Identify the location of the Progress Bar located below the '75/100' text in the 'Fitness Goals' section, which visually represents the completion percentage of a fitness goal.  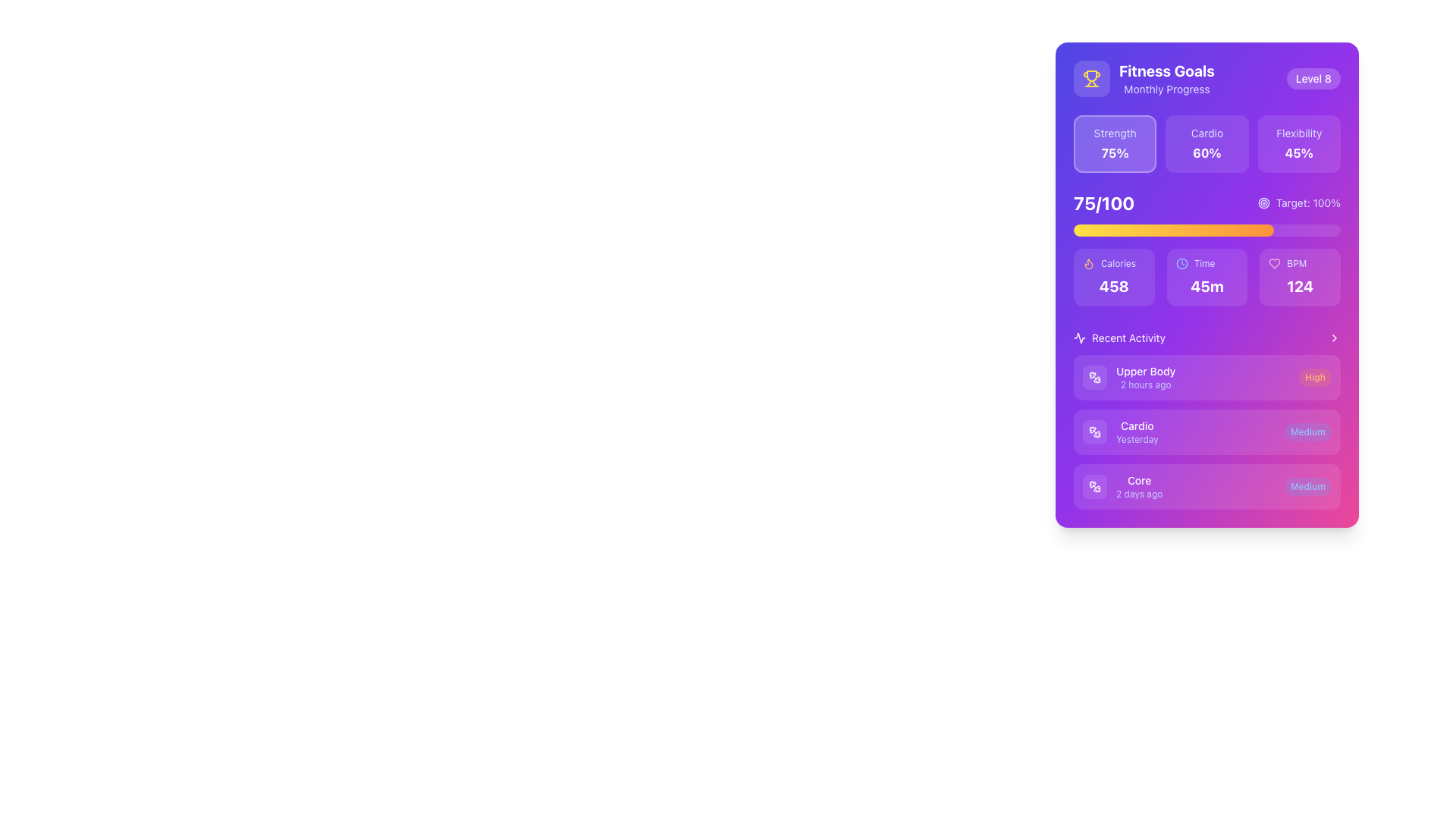
(1207, 231).